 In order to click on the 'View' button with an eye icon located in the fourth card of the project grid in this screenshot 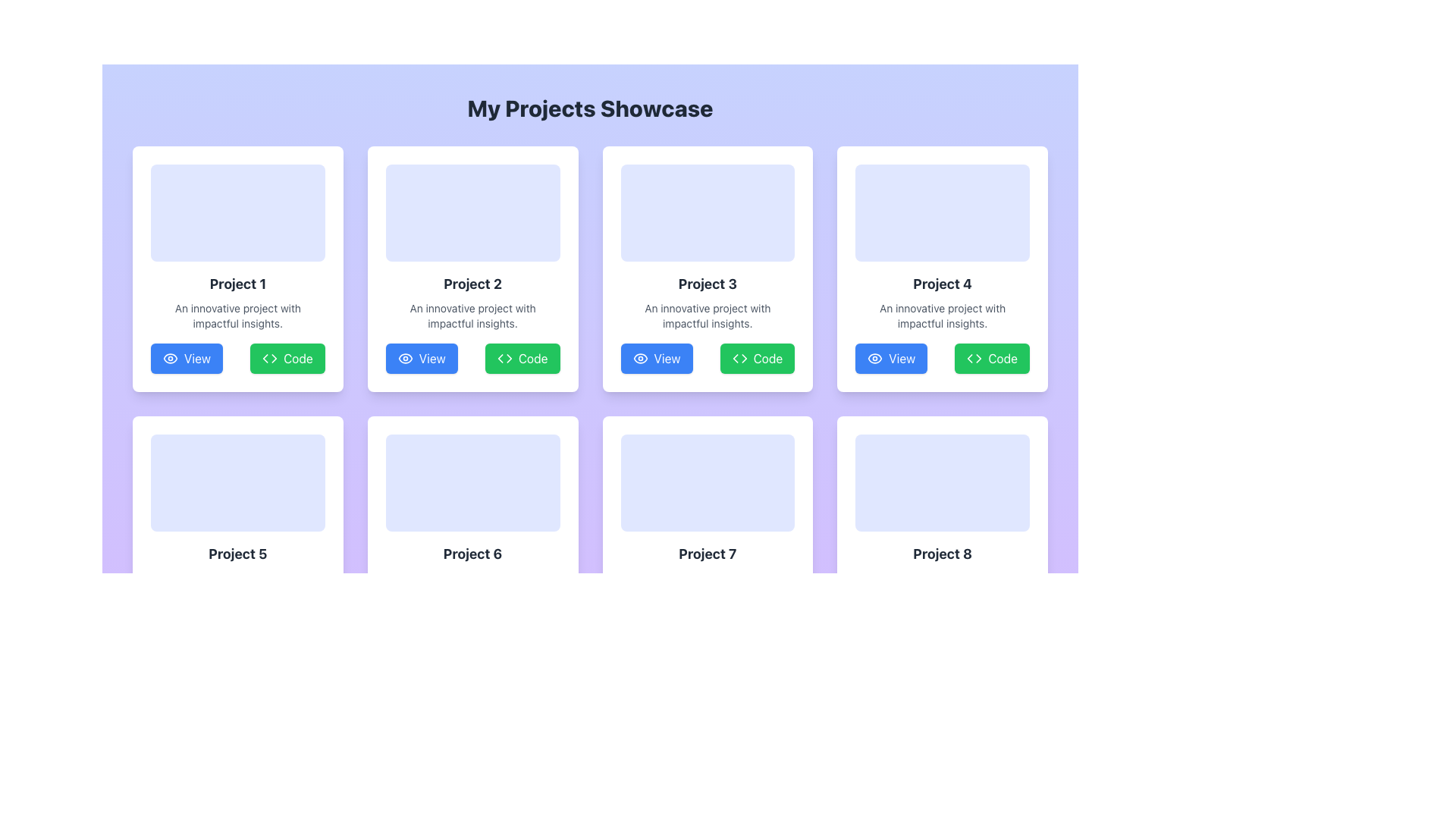, I will do `click(891, 359)`.